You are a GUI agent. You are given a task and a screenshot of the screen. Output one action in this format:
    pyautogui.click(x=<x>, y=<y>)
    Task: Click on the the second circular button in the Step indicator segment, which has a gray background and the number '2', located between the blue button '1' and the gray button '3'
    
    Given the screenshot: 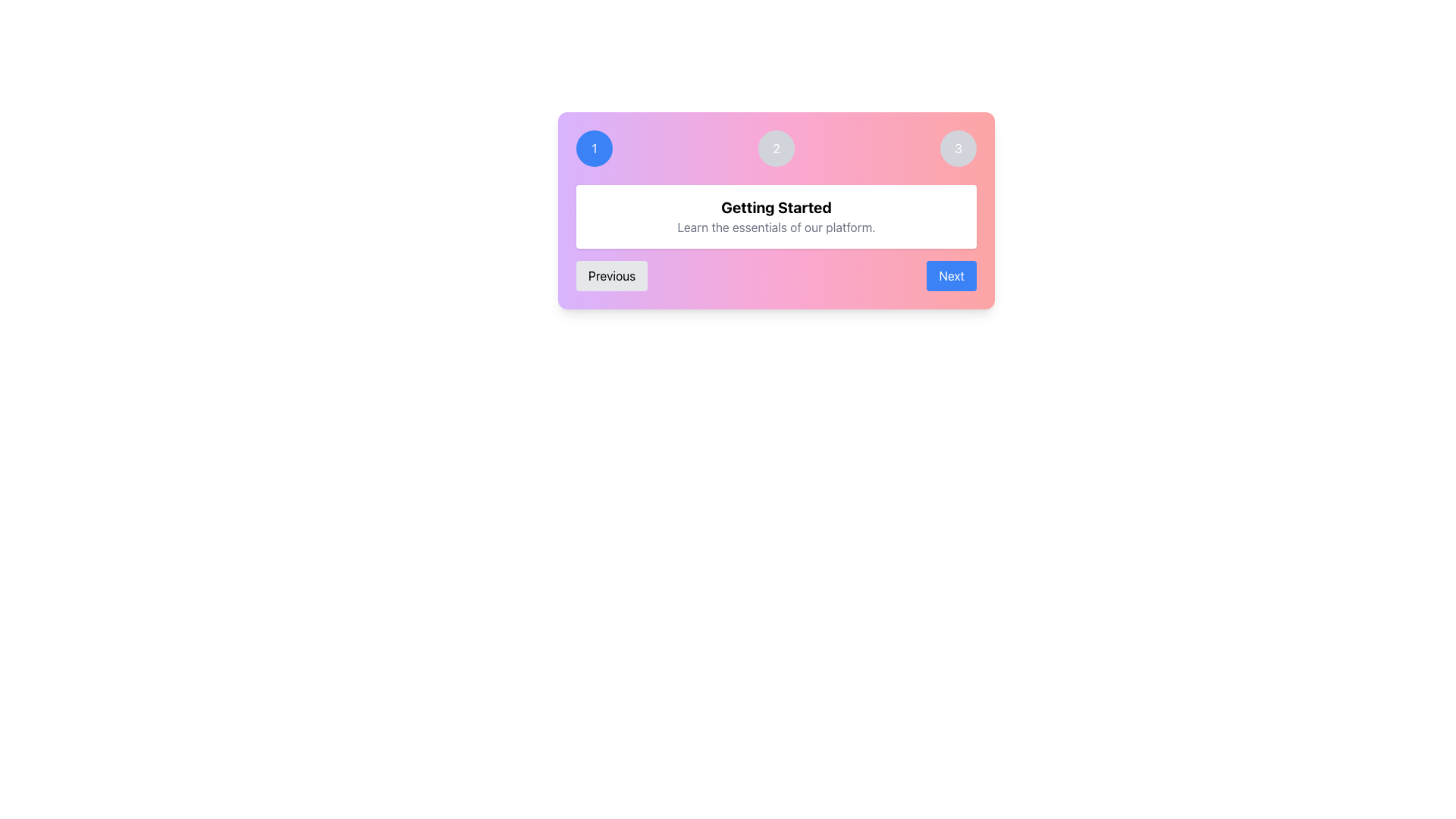 What is the action you would take?
    pyautogui.click(x=776, y=149)
    